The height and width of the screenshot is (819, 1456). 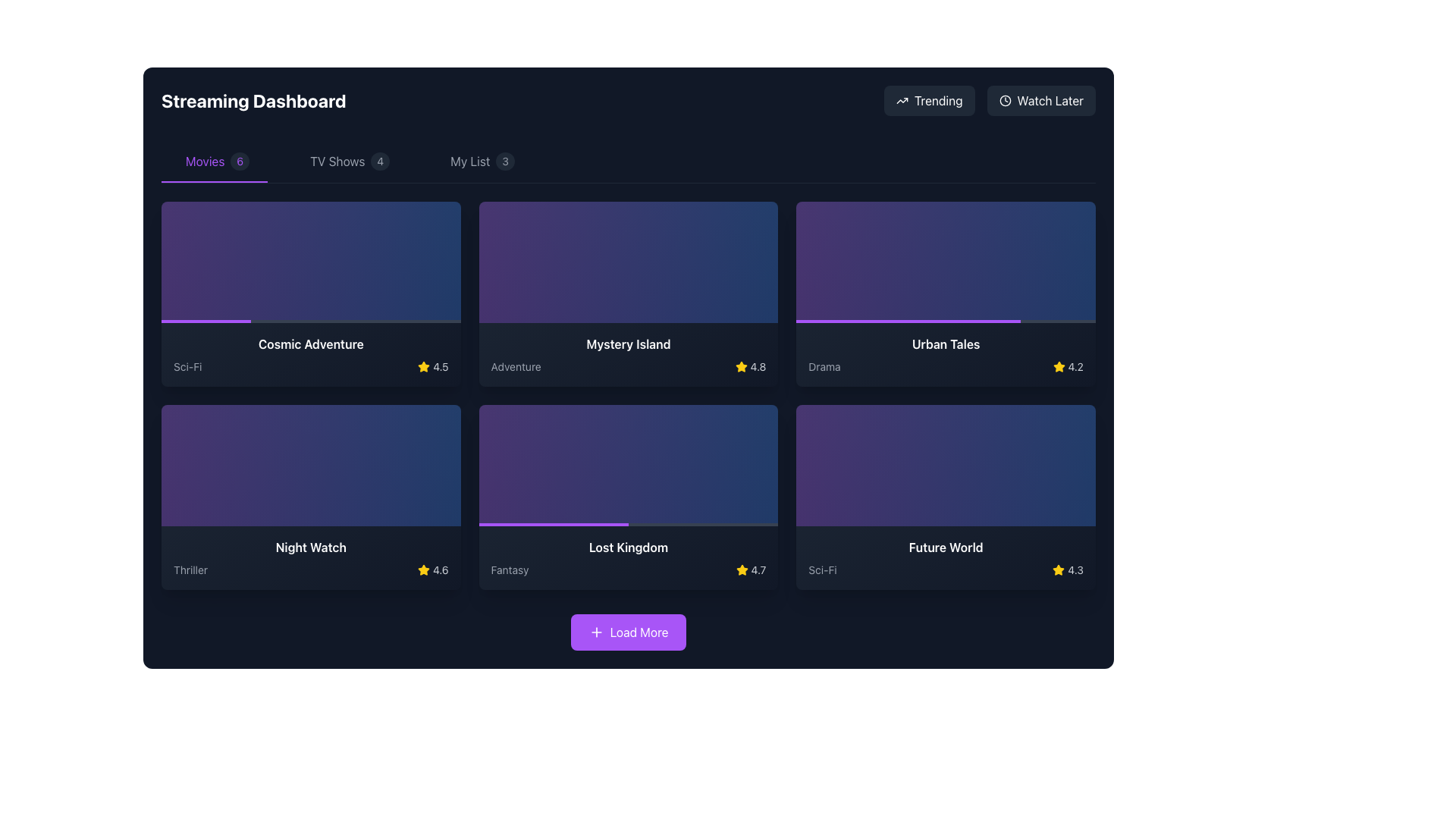 What do you see at coordinates (629, 547) in the screenshot?
I see `the static text label displaying the title 'Lost Kingdom,' which is located in the lower section of the movie card, above the 'Fantasy' genre label and rating information` at bounding box center [629, 547].